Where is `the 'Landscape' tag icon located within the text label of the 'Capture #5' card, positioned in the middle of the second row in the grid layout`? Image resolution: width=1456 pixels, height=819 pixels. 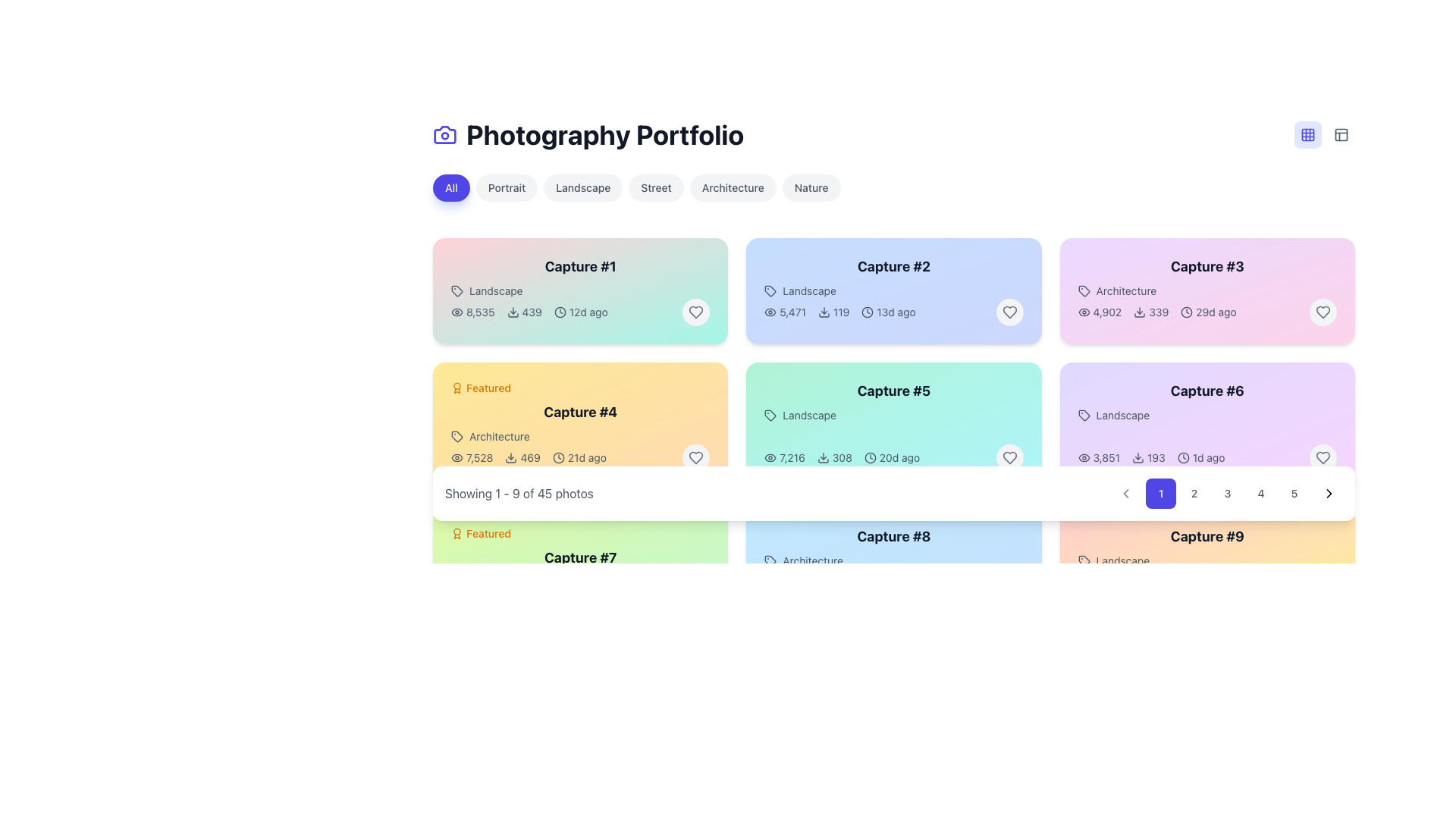 the 'Landscape' tag icon located within the text label of the 'Capture #5' card, positioned in the middle of the second row in the grid layout is located at coordinates (770, 415).